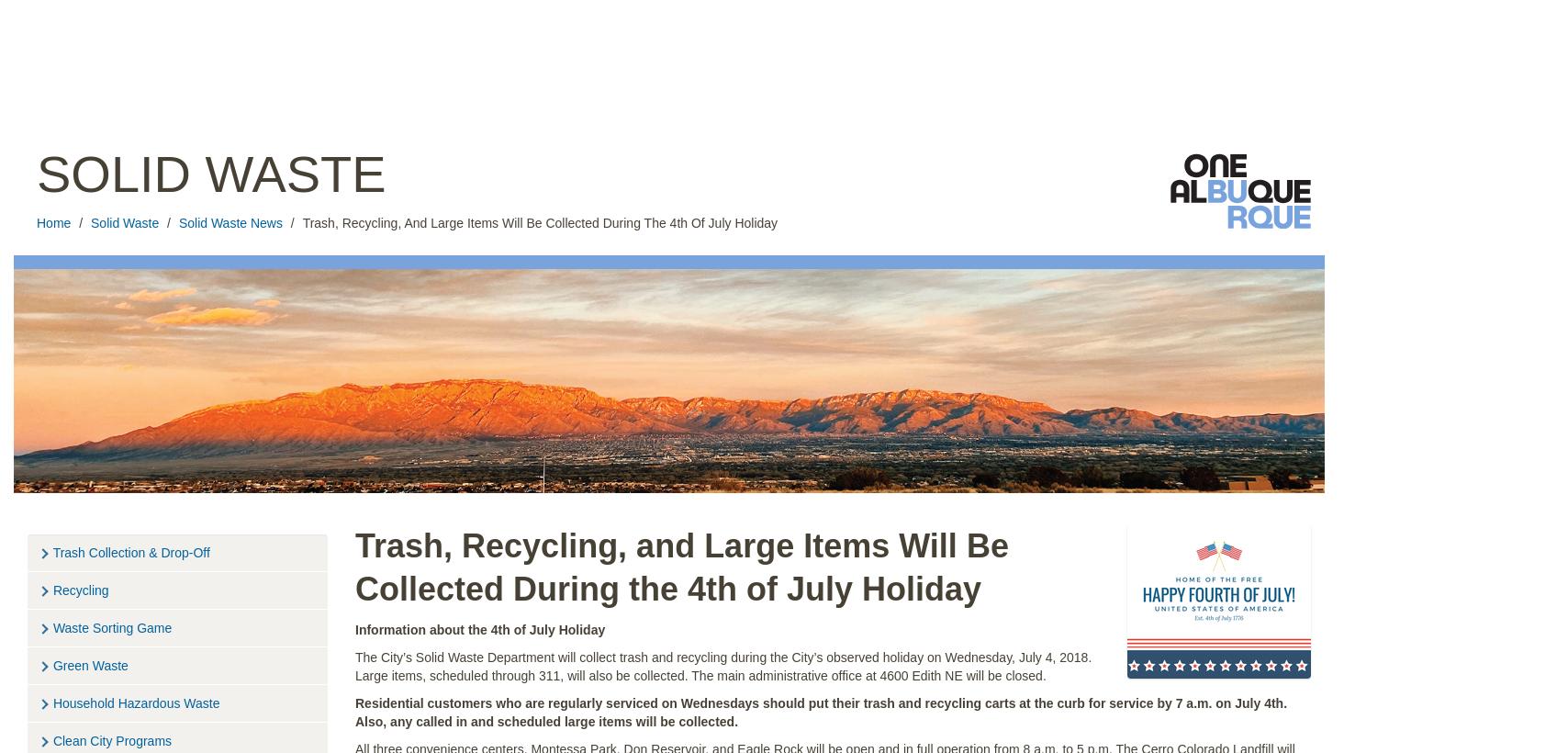 The height and width of the screenshot is (753, 1568). Describe the element at coordinates (681, 565) in the screenshot. I see `'Trash, Recycling, and Large Items Will Be Collected During the 4th of July Holiday'` at that location.